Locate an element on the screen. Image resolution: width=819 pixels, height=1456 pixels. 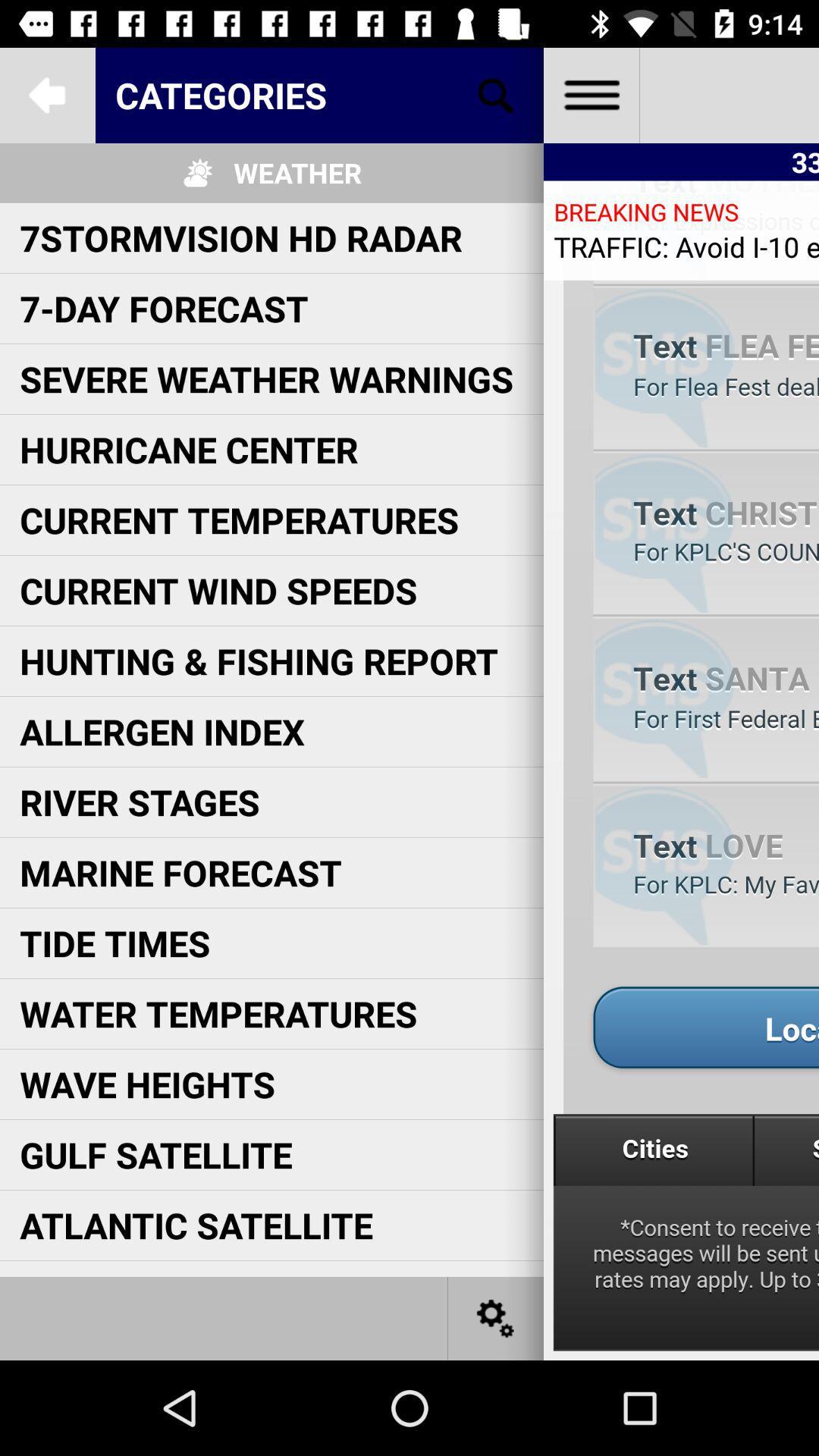
the search button is located at coordinates (496, 94).